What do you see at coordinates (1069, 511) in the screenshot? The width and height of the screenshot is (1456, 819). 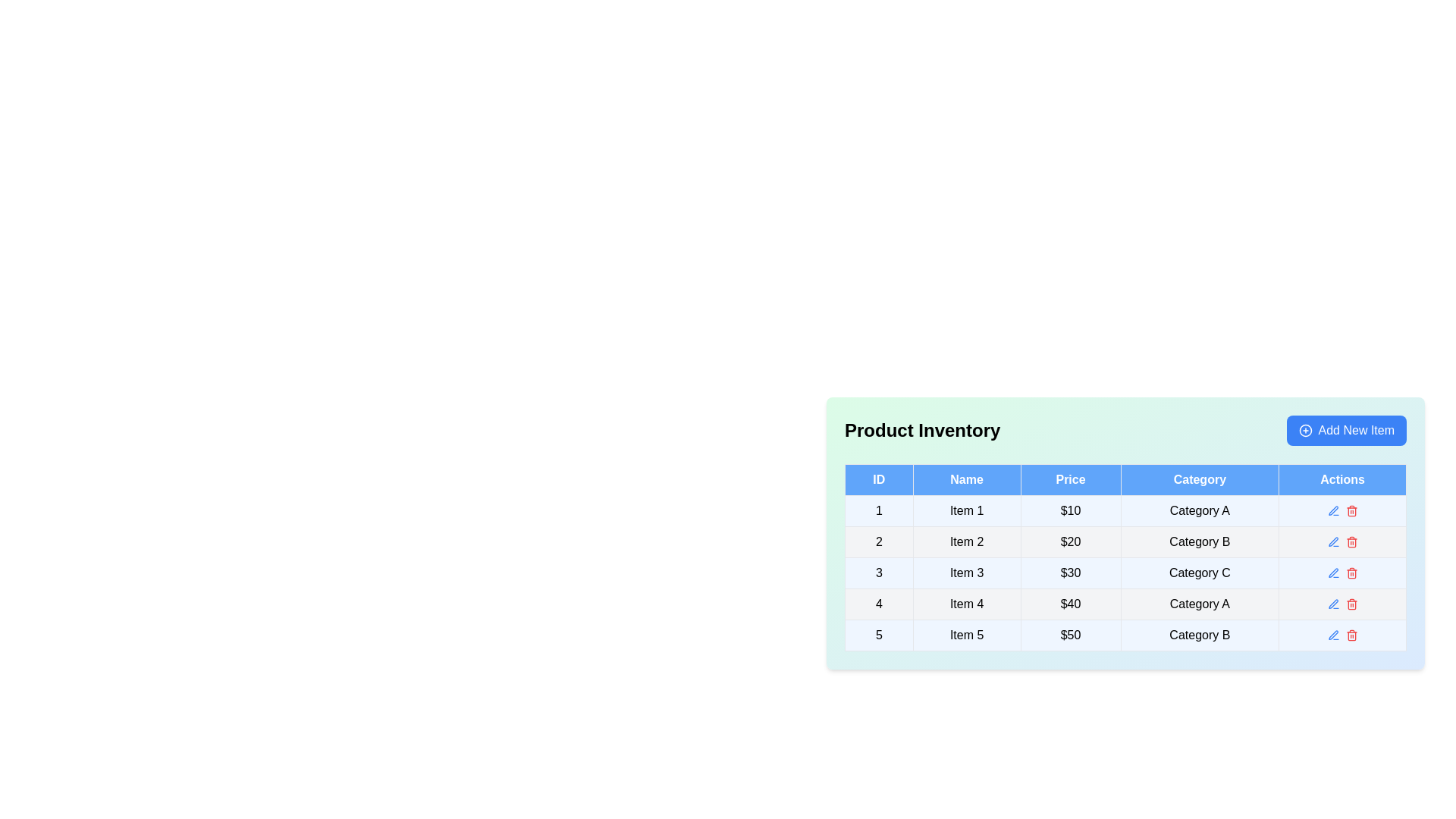 I see `the price information text label of the first listed item in the table located in the 'Price' column of the first row` at bounding box center [1069, 511].